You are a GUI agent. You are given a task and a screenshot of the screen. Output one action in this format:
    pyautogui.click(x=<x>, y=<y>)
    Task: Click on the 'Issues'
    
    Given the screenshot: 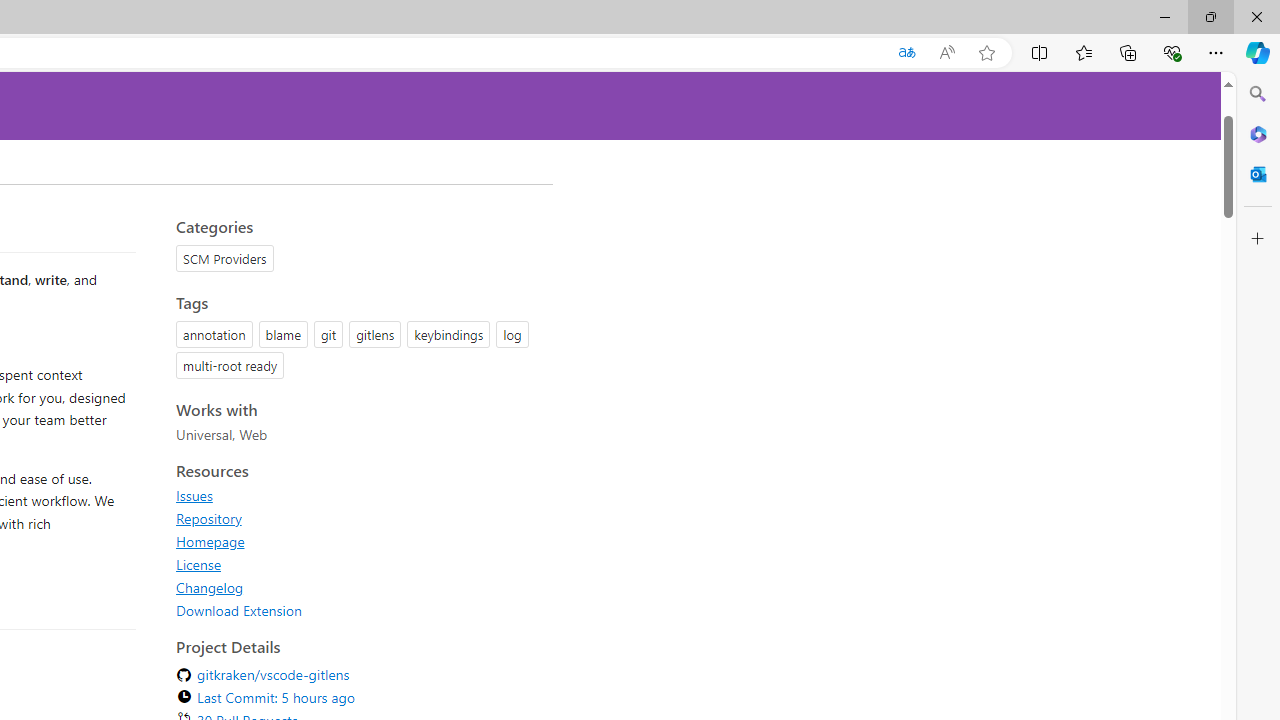 What is the action you would take?
    pyautogui.click(x=194, y=495)
    